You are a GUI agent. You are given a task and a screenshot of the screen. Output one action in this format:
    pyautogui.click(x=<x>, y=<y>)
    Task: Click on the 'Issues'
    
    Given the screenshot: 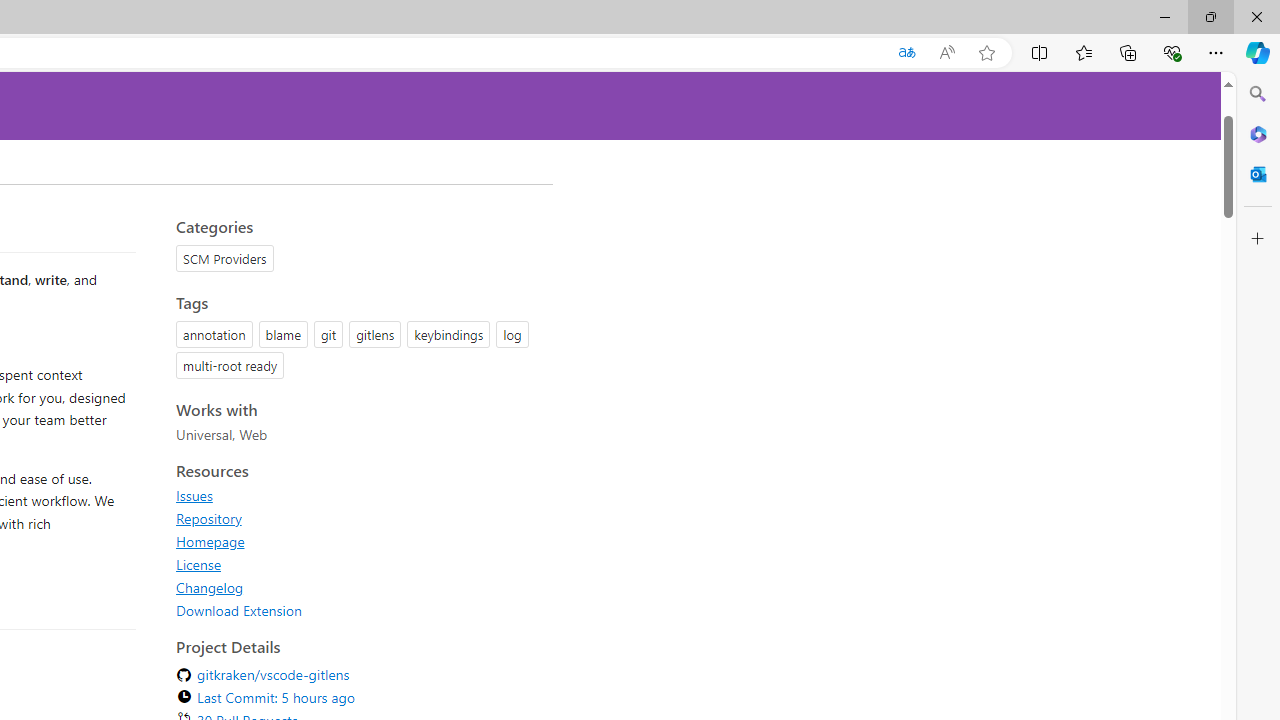 What is the action you would take?
    pyautogui.click(x=194, y=495)
    